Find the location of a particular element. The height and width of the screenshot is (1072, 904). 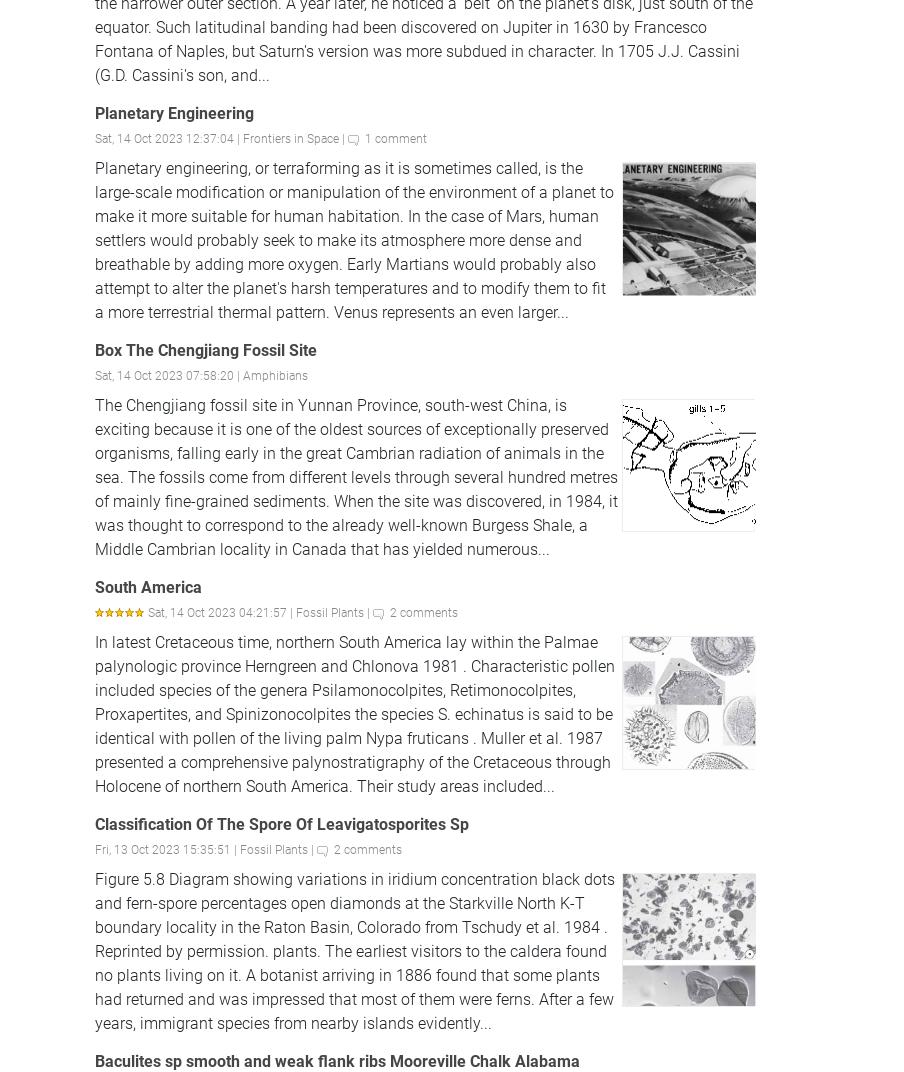

'Frontiers in Space' is located at coordinates (290, 136).